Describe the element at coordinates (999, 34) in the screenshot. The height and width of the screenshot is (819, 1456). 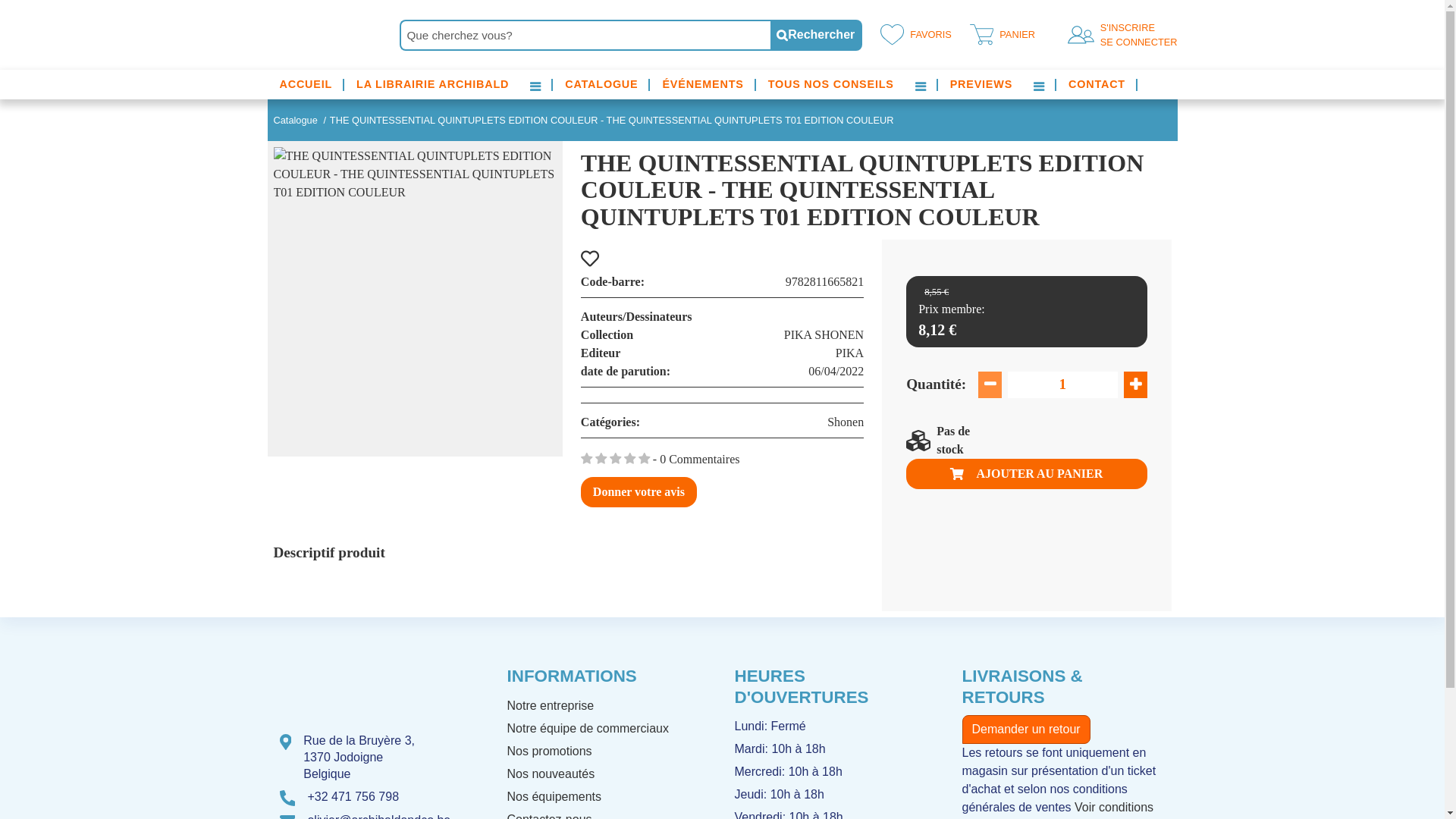
I see `'PANIER'` at that location.